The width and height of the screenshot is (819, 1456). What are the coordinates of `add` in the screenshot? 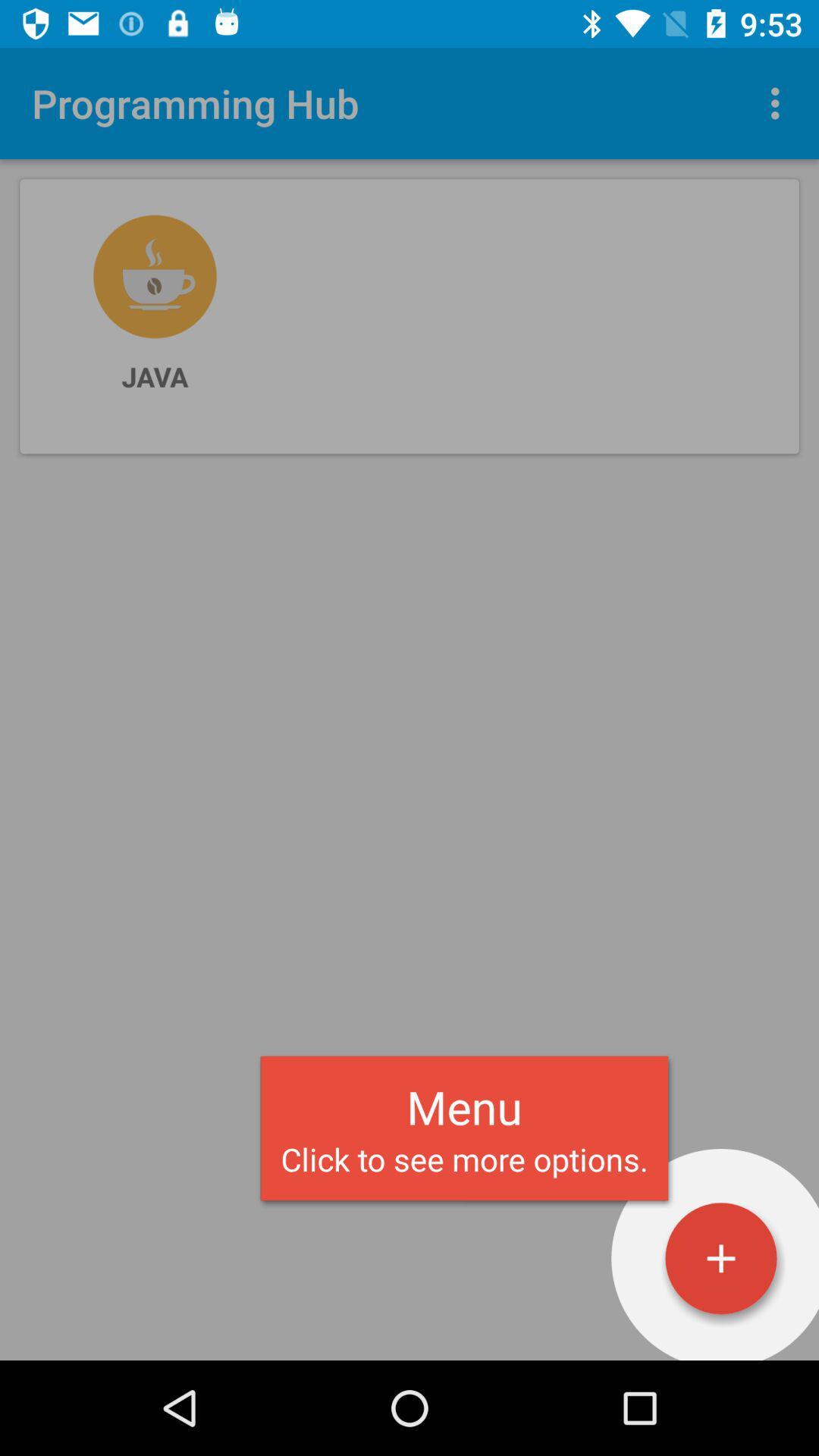 It's located at (720, 1258).